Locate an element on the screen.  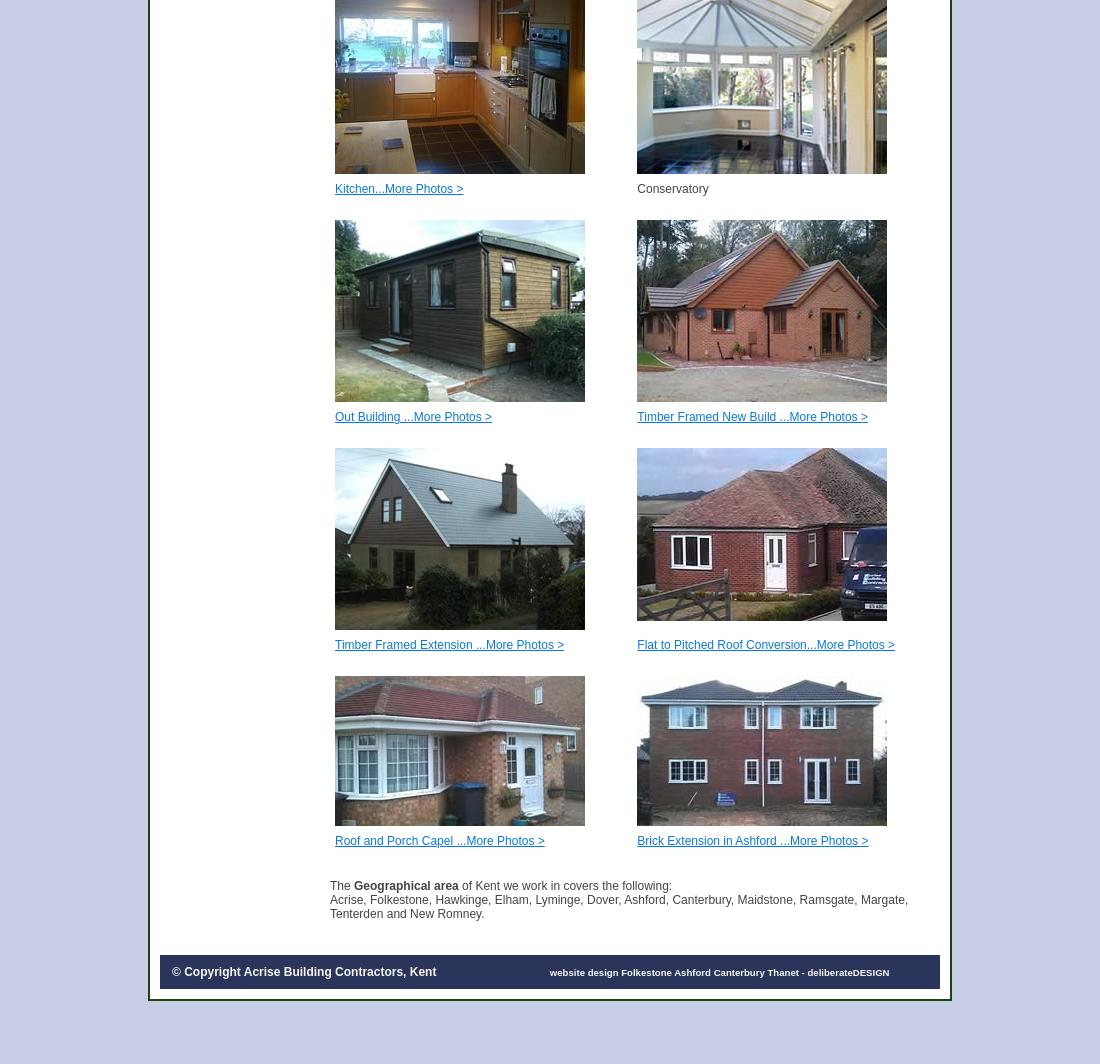
'Roof and Porch Capel ...More Photos >' is located at coordinates (438, 840).